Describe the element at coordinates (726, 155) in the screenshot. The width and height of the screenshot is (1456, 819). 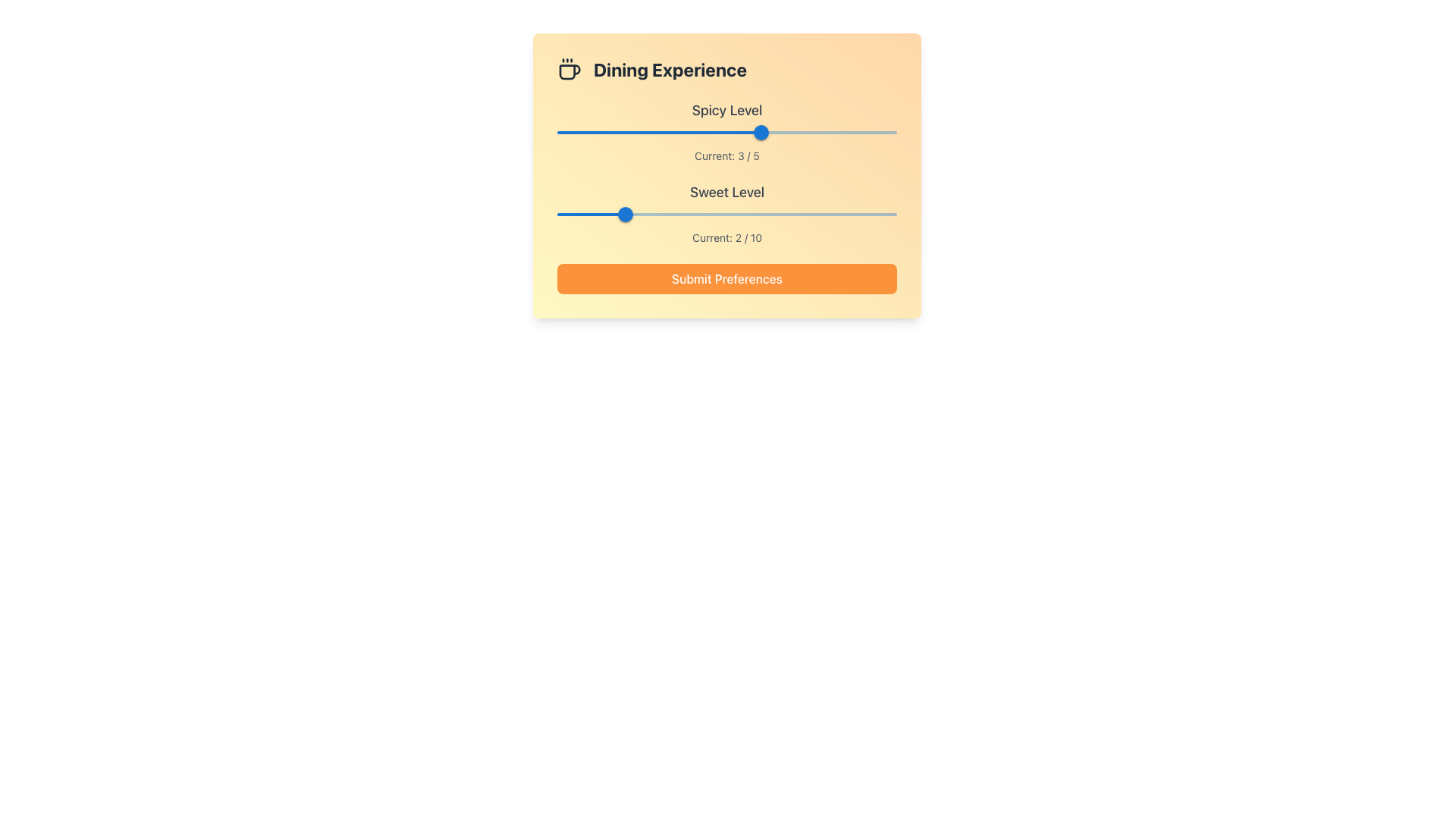
I see `the 'Current: 3 / 5' label, which is styled in gray and positioned below the 'Spicy Level' slider` at that location.